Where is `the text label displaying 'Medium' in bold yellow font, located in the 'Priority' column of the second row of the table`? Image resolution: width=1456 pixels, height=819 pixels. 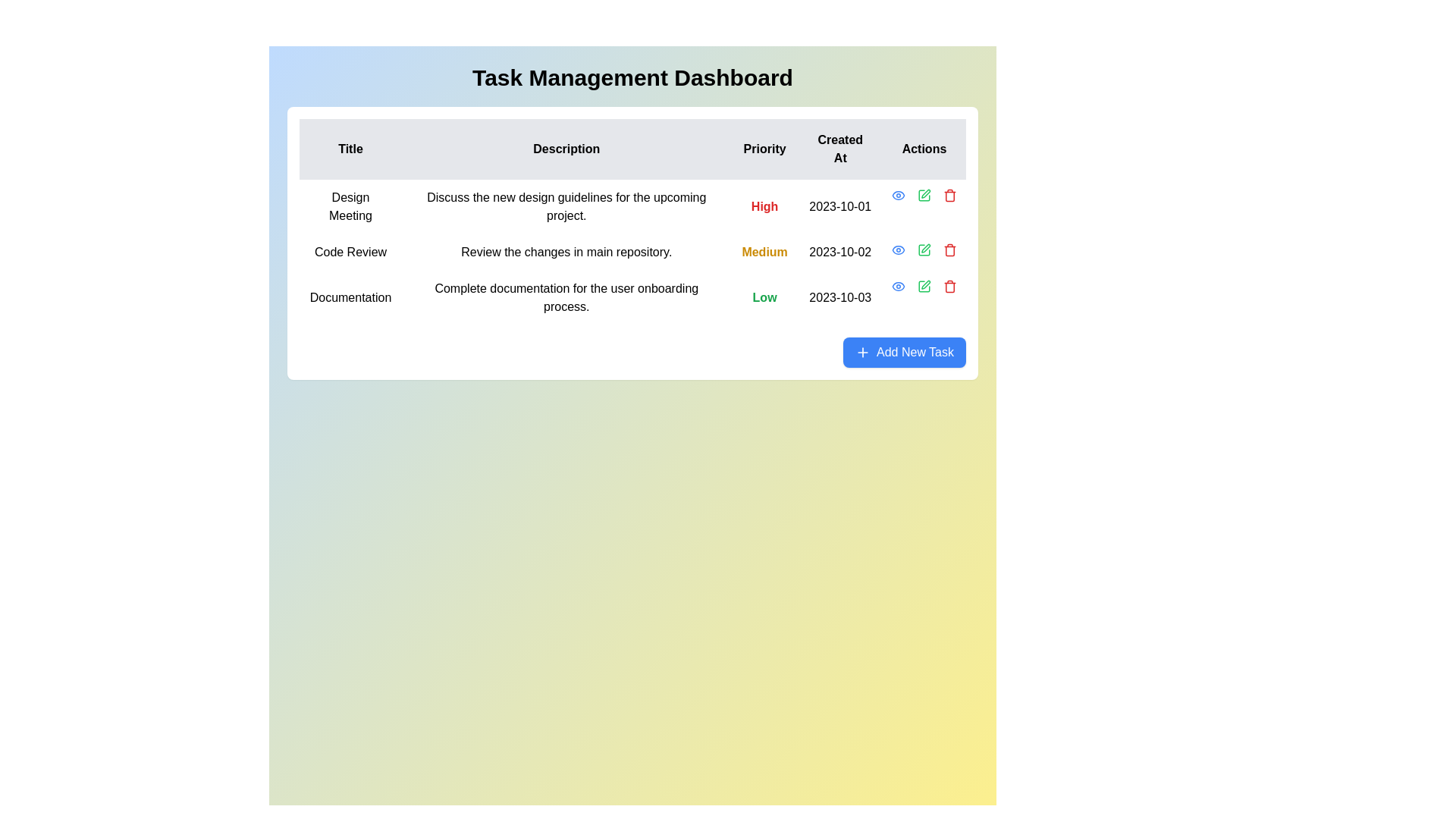 the text label displaying 'Medium' in bold yellow font, located in the 'Priority' column of the second row of the table is located at coordinates (764, 251).